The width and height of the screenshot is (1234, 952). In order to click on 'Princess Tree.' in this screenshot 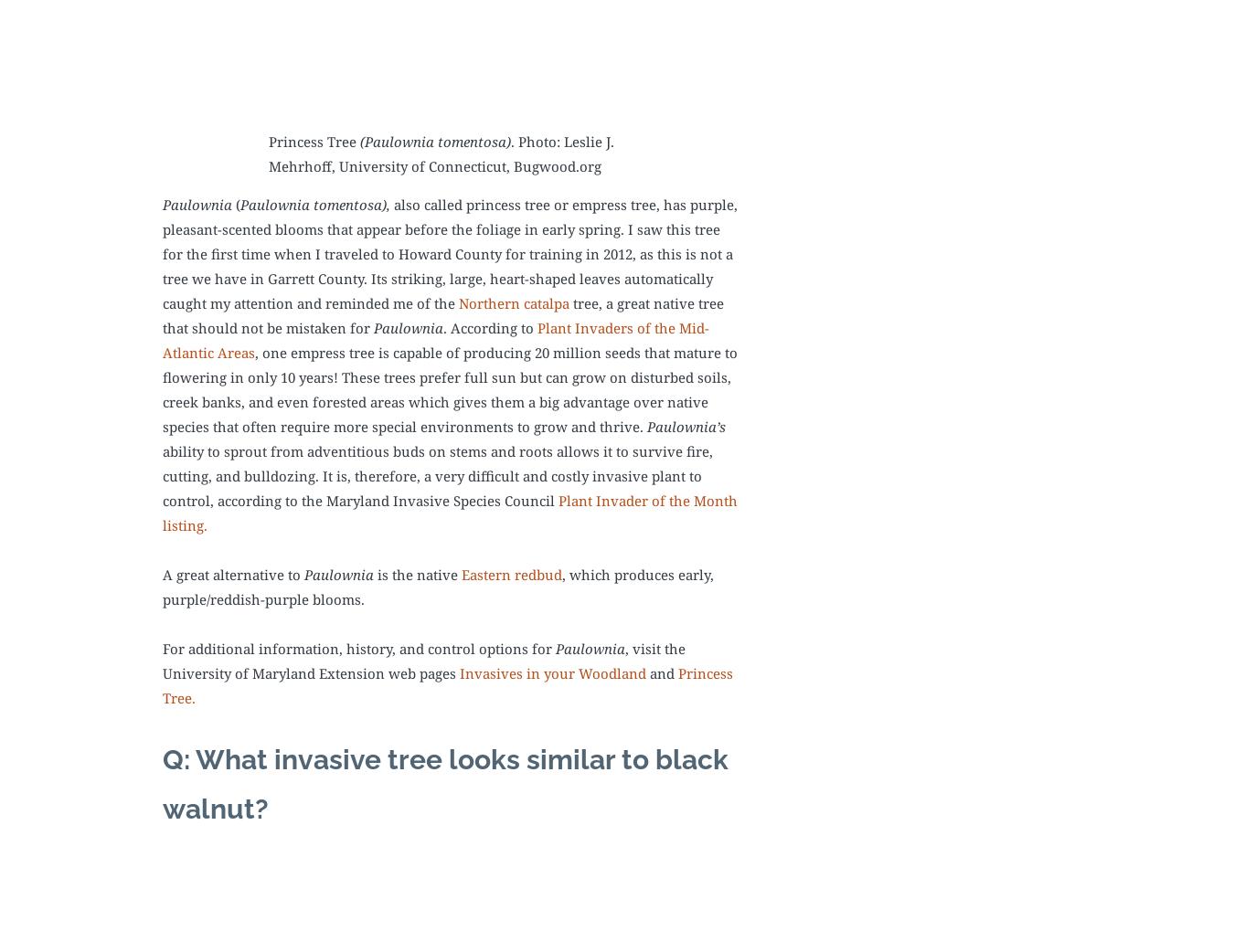, I will do `click(163, 684)`.